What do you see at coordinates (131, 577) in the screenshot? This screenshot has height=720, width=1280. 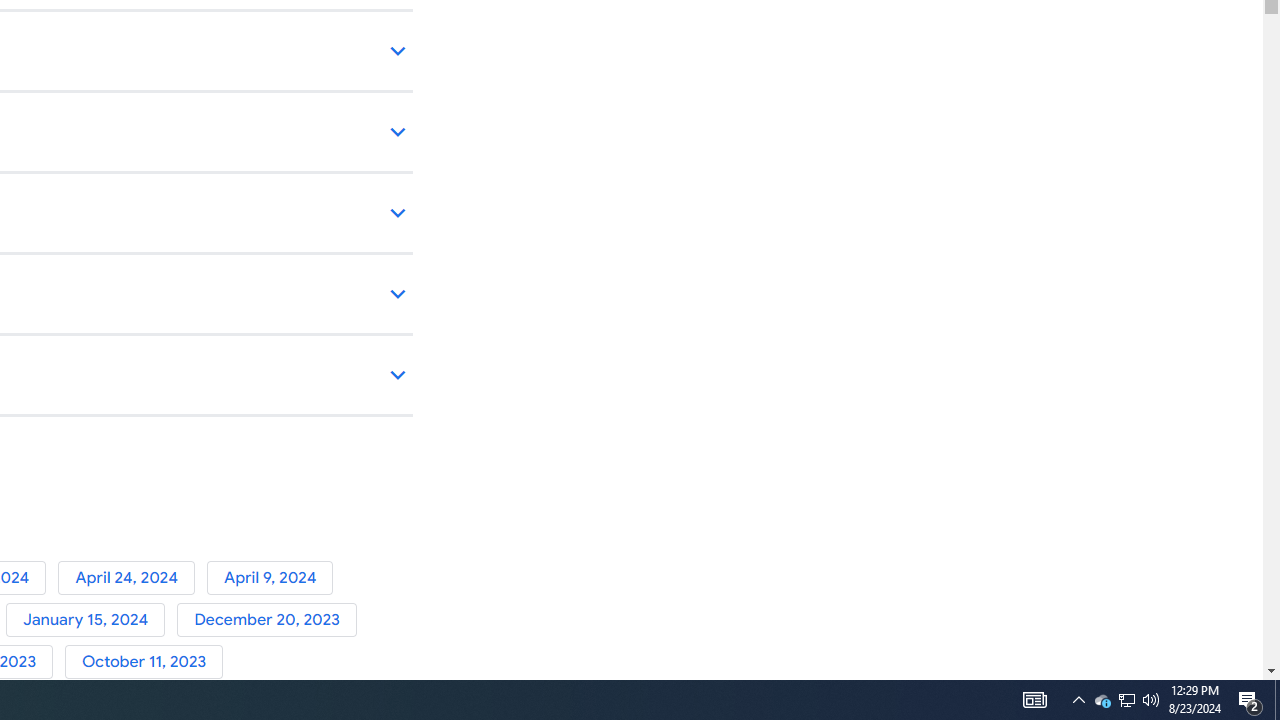 I see `'April 24, 2024'` at bounding box center [131, 577].